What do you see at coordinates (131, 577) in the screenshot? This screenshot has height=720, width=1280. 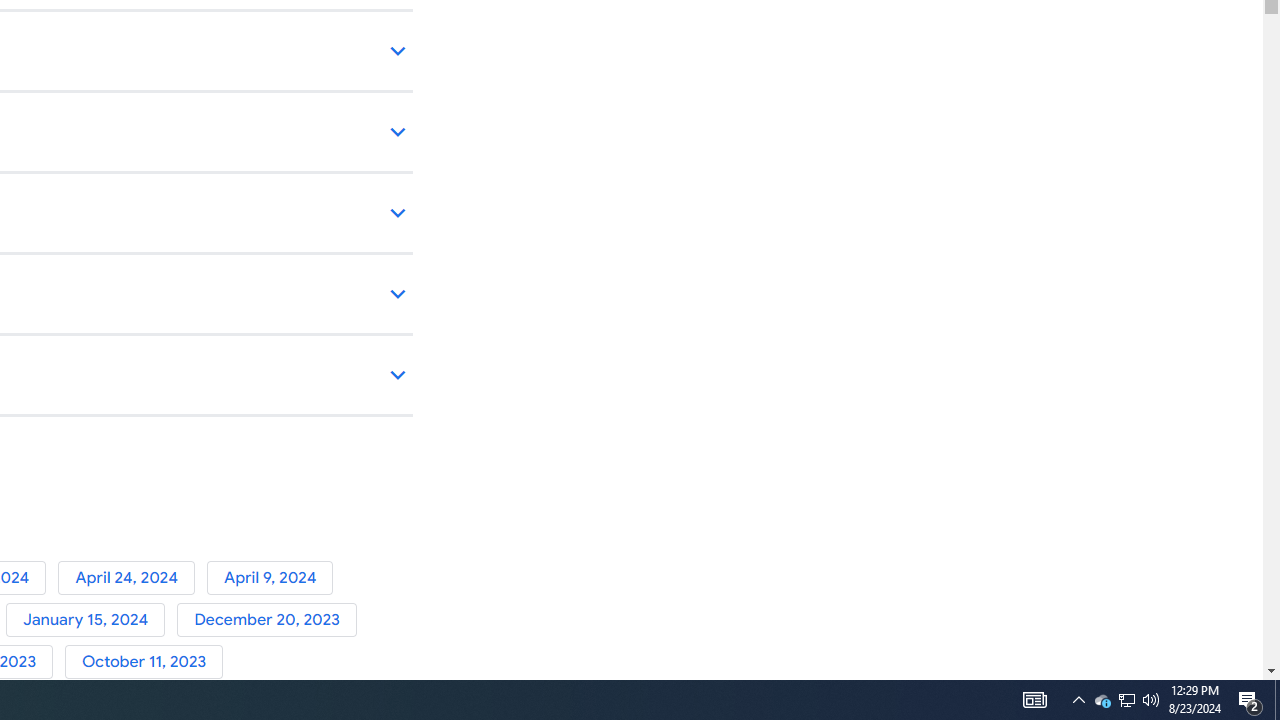 I see `'April 24, 2024'` at bounding box center [131, 577].